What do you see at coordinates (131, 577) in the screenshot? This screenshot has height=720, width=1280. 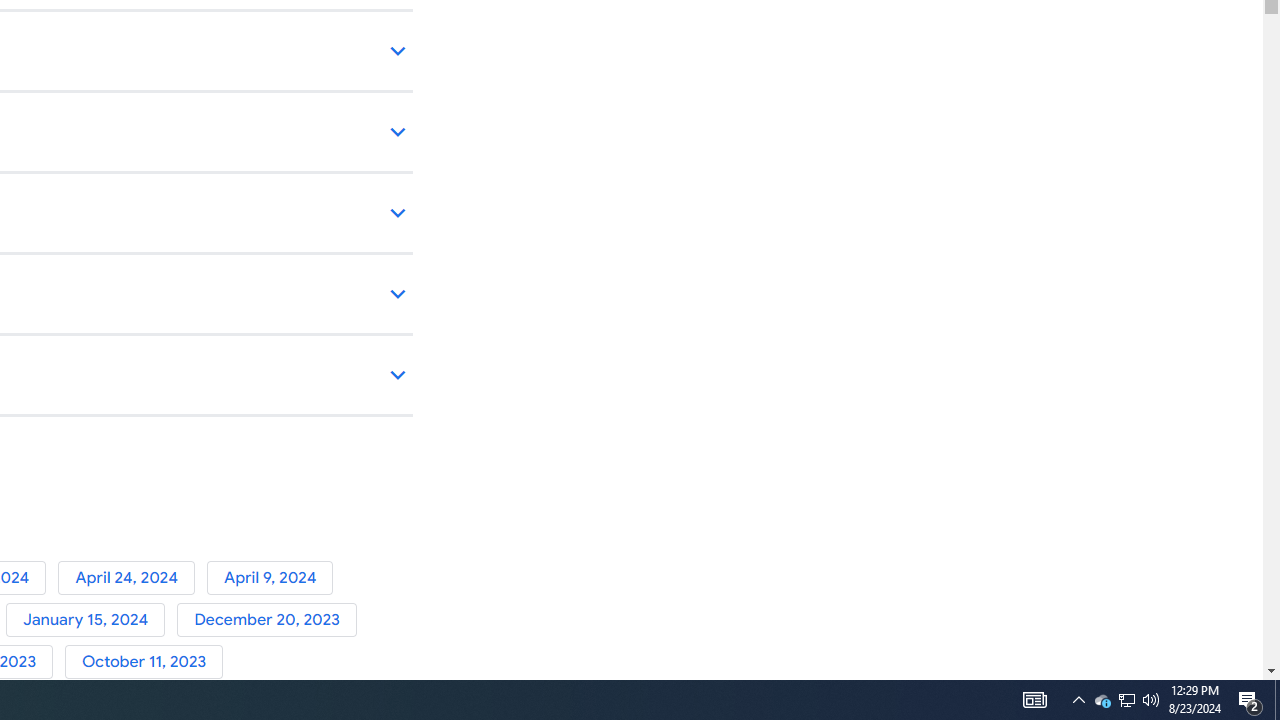 I see `'April 24, 2024'` at bounding box center [131, 577].